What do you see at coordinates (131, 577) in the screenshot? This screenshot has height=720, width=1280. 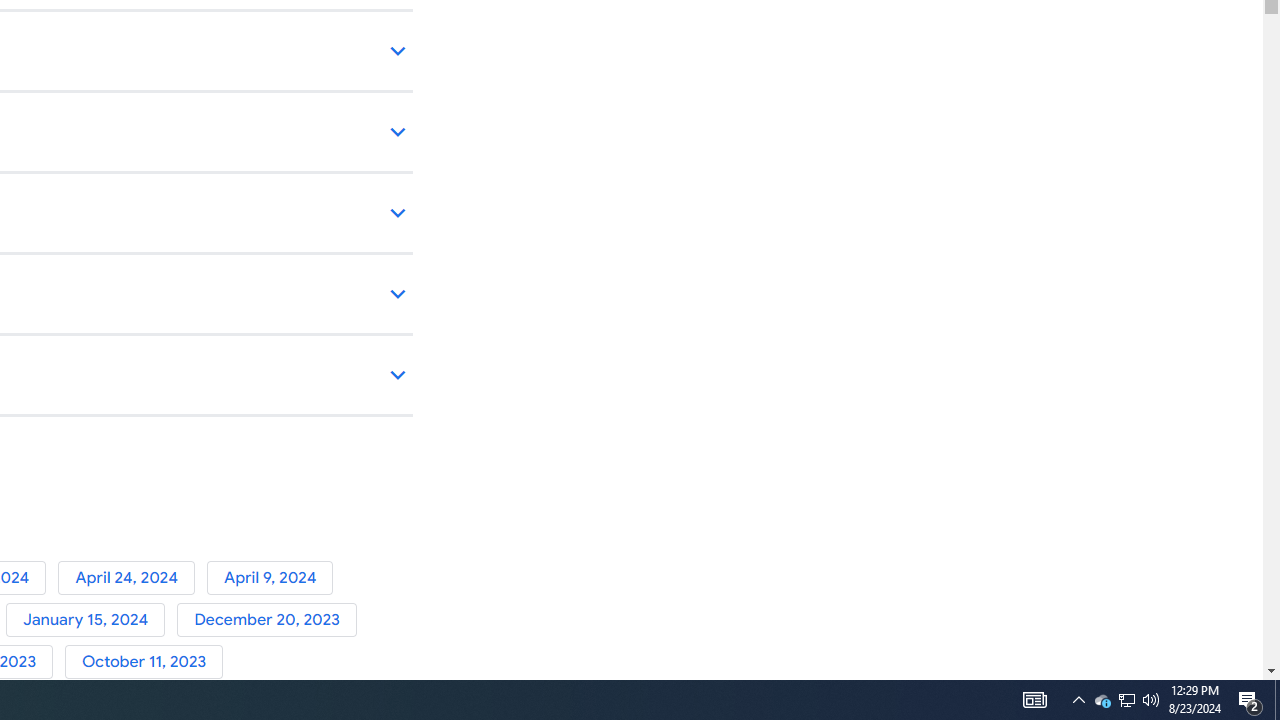 I see `'April 24, 2024'` at bounding box center [131, 577].